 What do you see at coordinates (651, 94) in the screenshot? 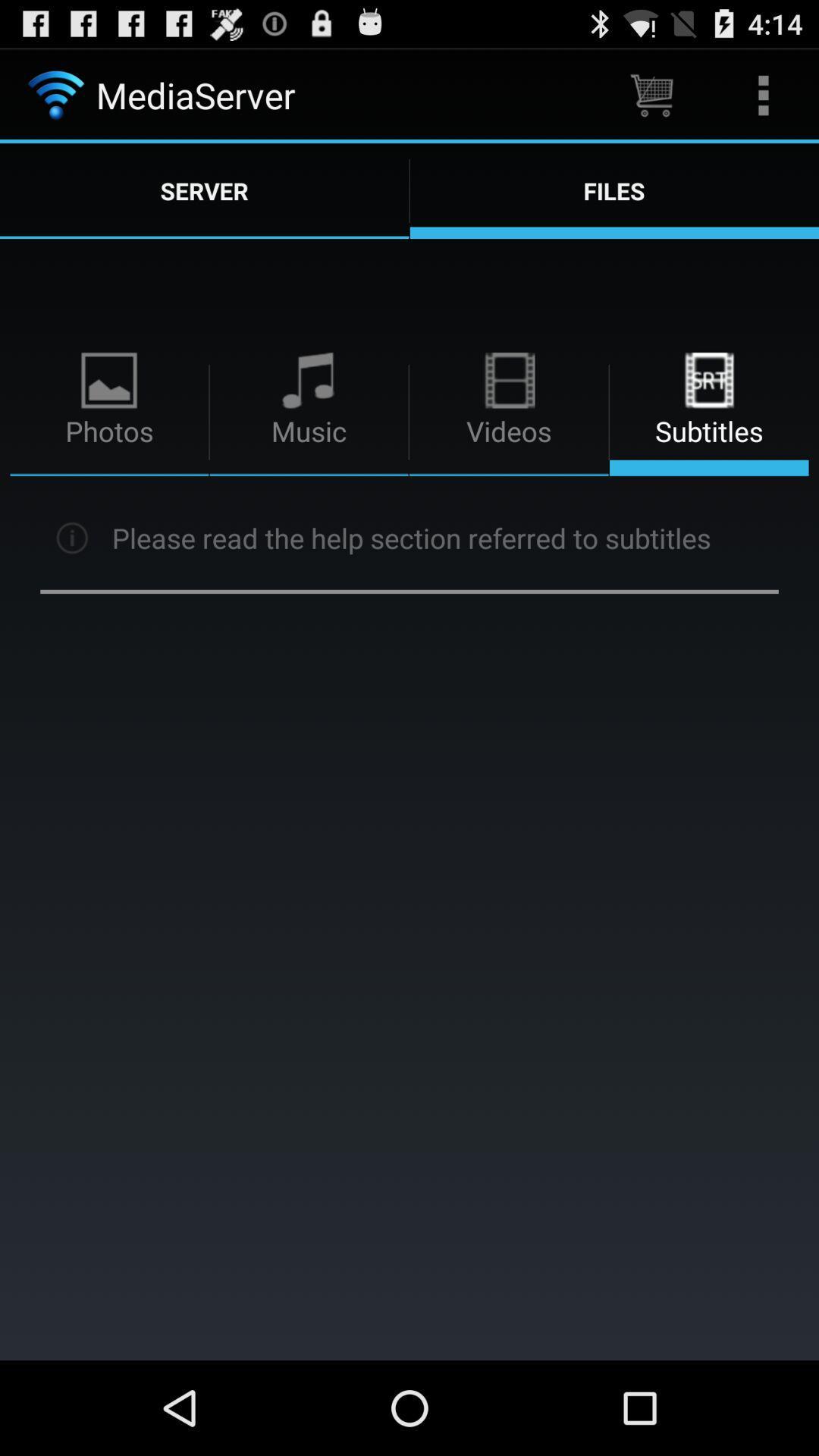
I see `the cart symbol which is before the menu icon` at bounding box center [651, 94].